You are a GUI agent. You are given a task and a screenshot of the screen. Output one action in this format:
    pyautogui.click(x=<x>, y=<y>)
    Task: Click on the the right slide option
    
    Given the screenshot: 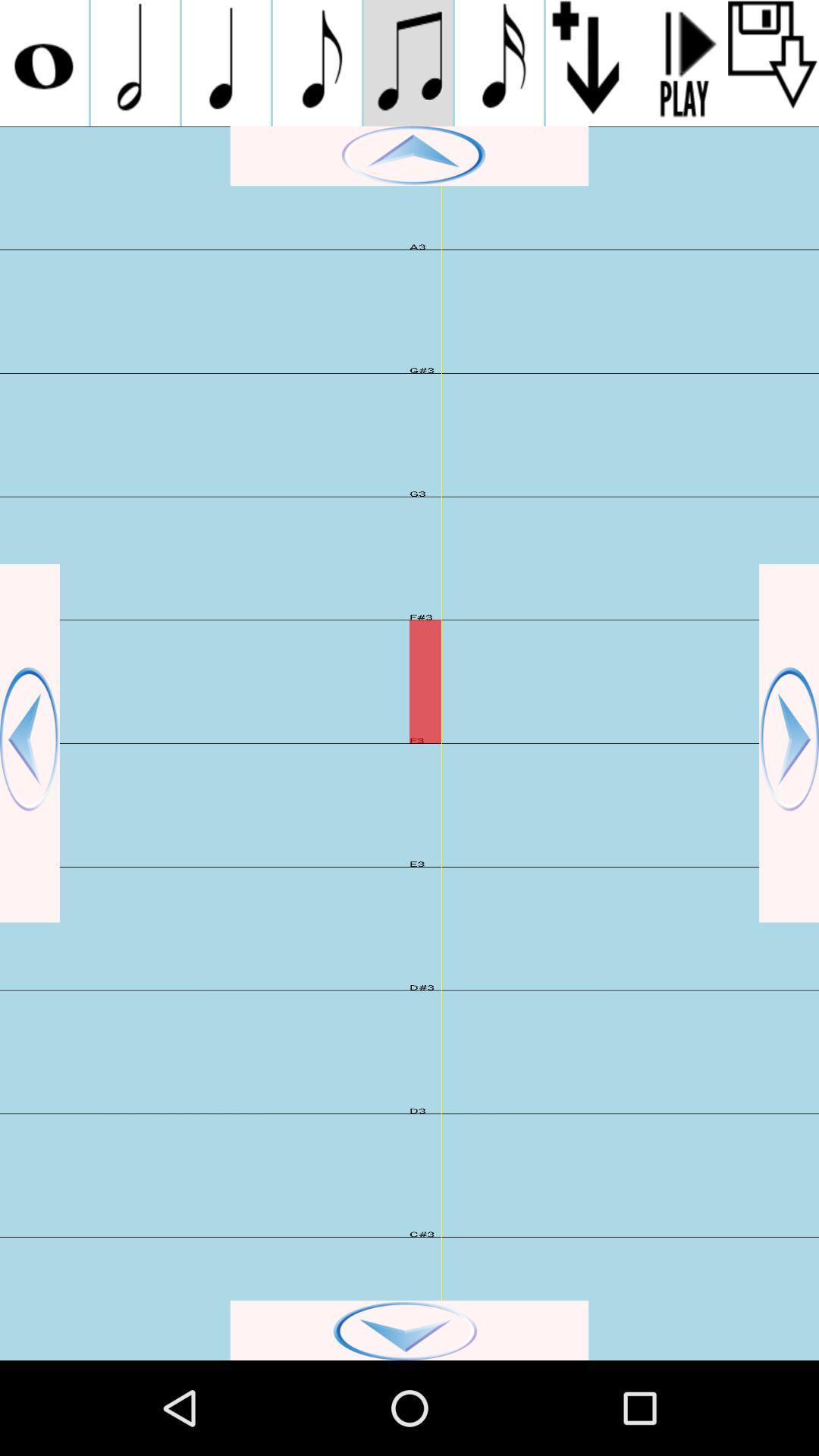 What is the action you would take?
    pyautogui.click(x=788, y=743)
    